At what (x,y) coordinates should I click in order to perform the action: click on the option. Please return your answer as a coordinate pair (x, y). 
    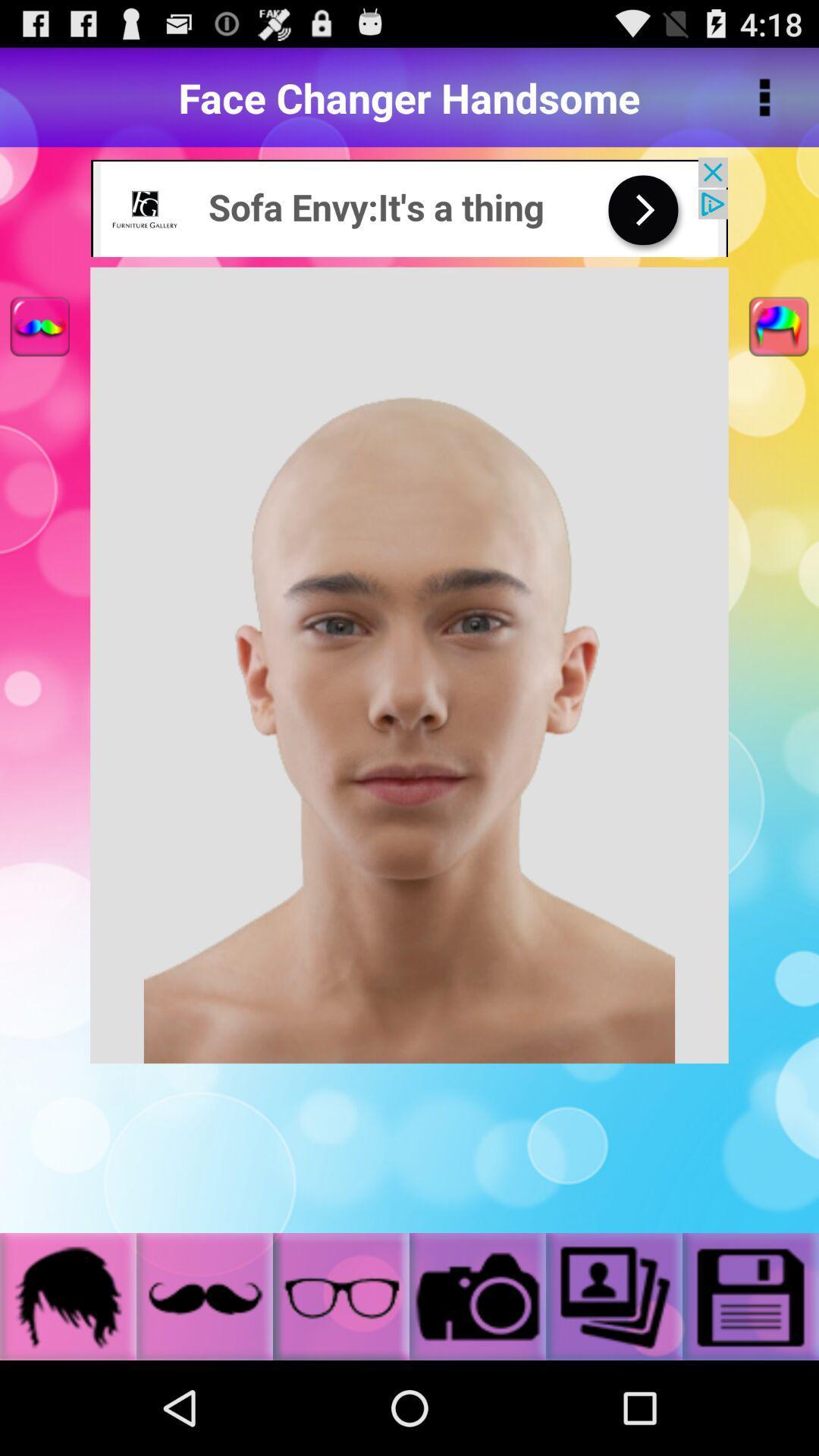
    Looking at the image, I should click on (614, 1295).